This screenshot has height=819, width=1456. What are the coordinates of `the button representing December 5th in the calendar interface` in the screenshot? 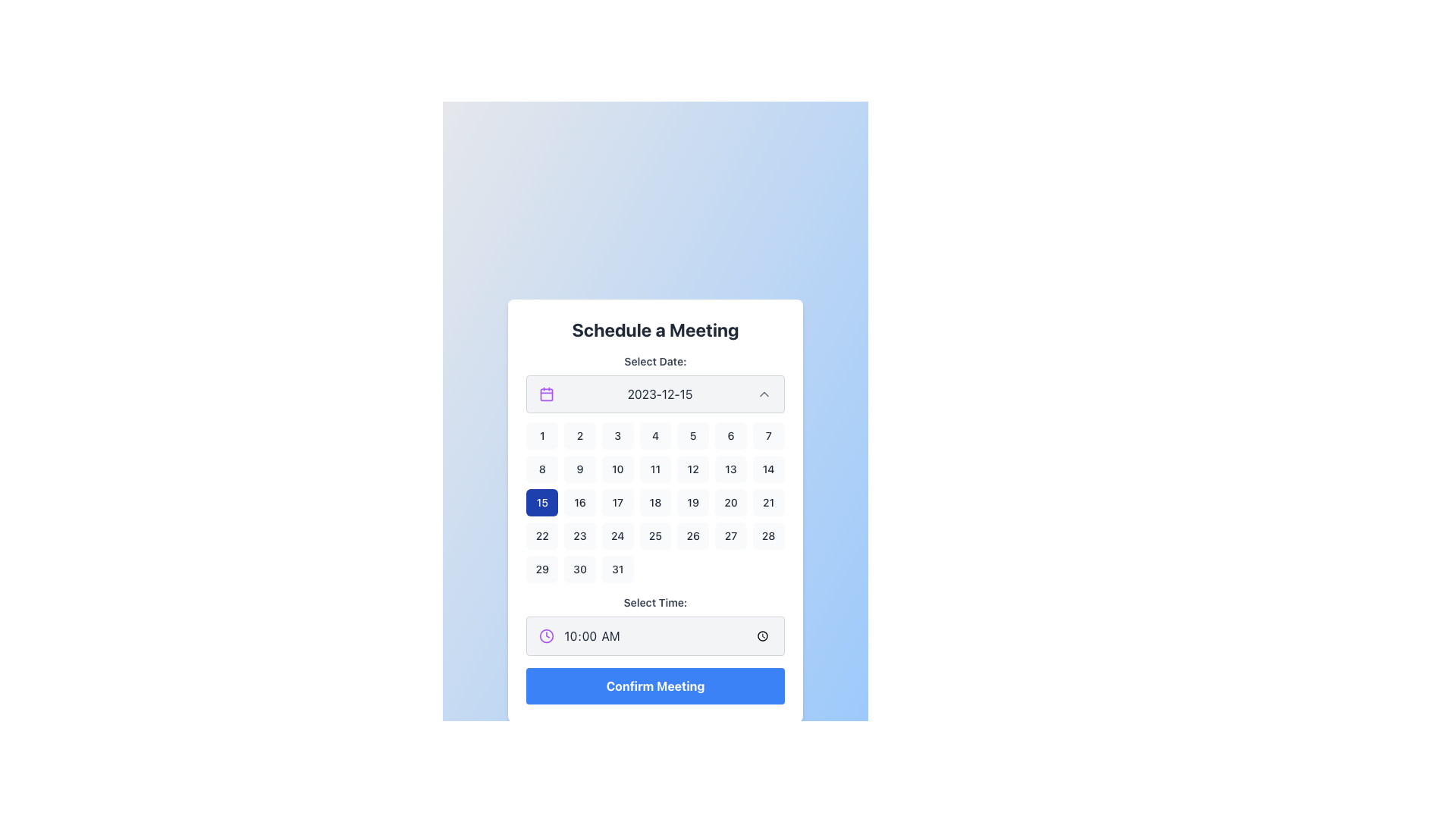 It's located at (692, 435).